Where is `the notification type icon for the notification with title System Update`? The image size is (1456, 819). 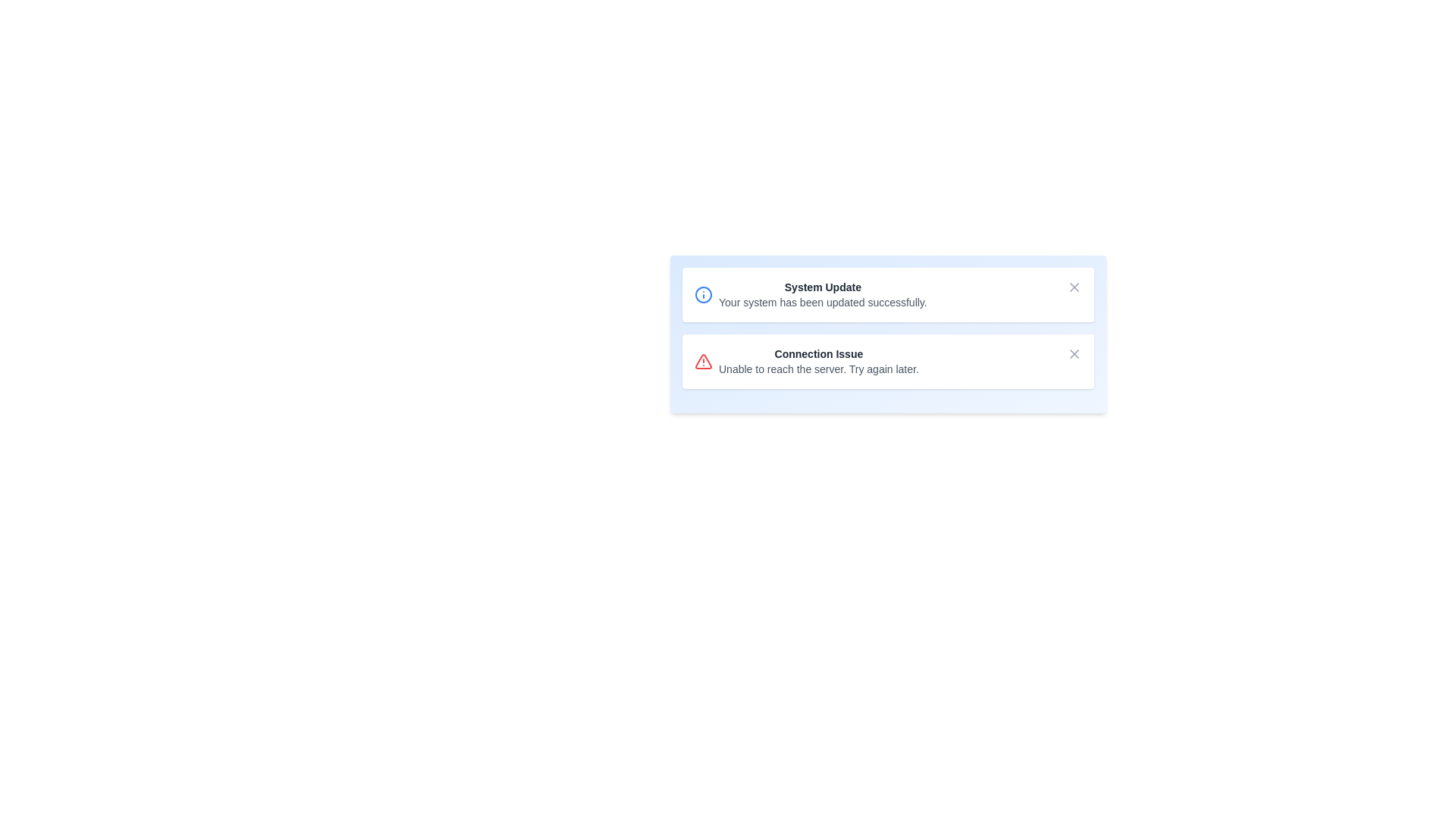
the notification type icon for the notification with title System Update is located at coordinates (702, 295).